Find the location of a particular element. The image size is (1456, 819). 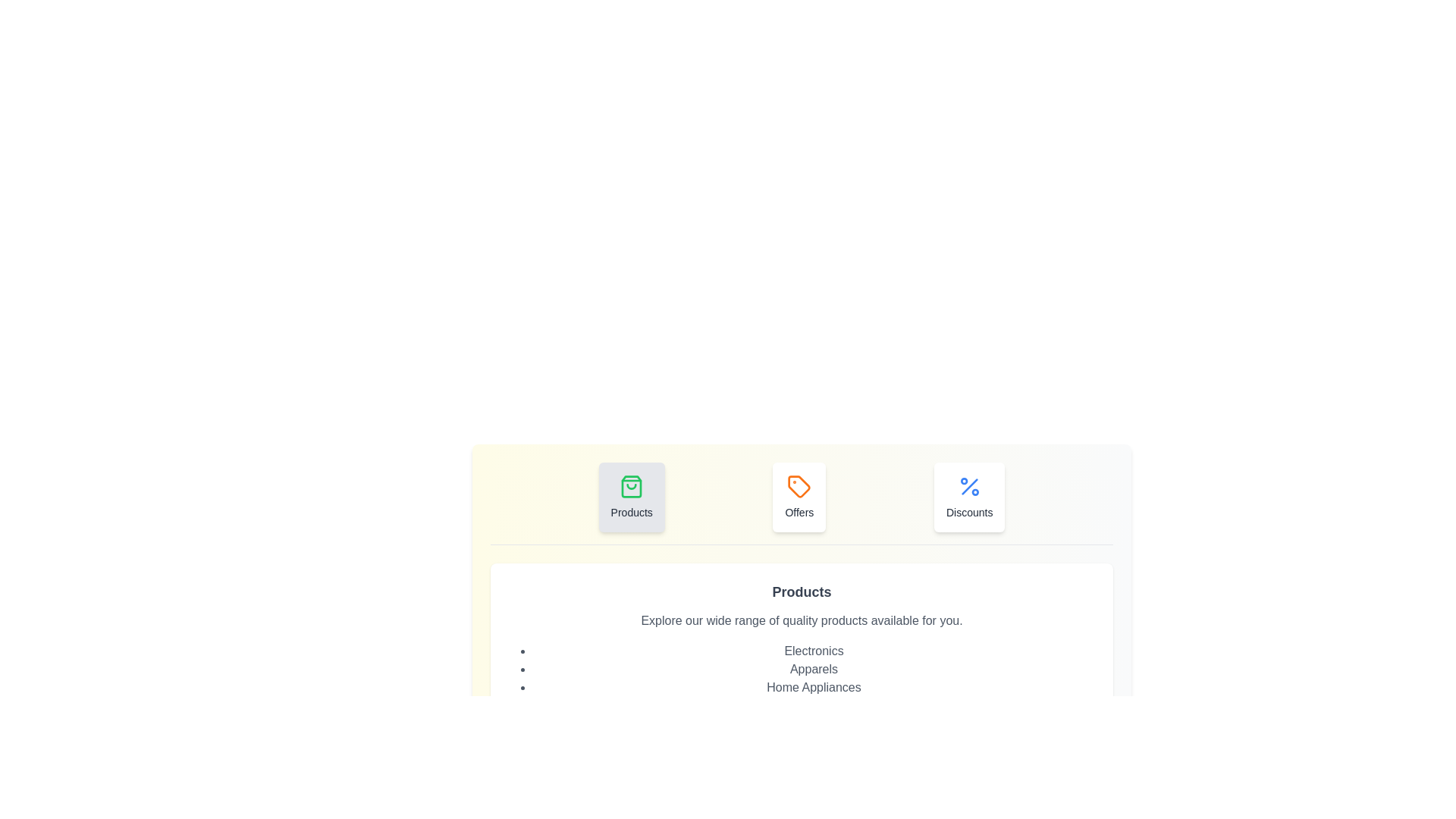

the tab labeled Discounts to switch to the respective category is located at coordinates (968, 497).